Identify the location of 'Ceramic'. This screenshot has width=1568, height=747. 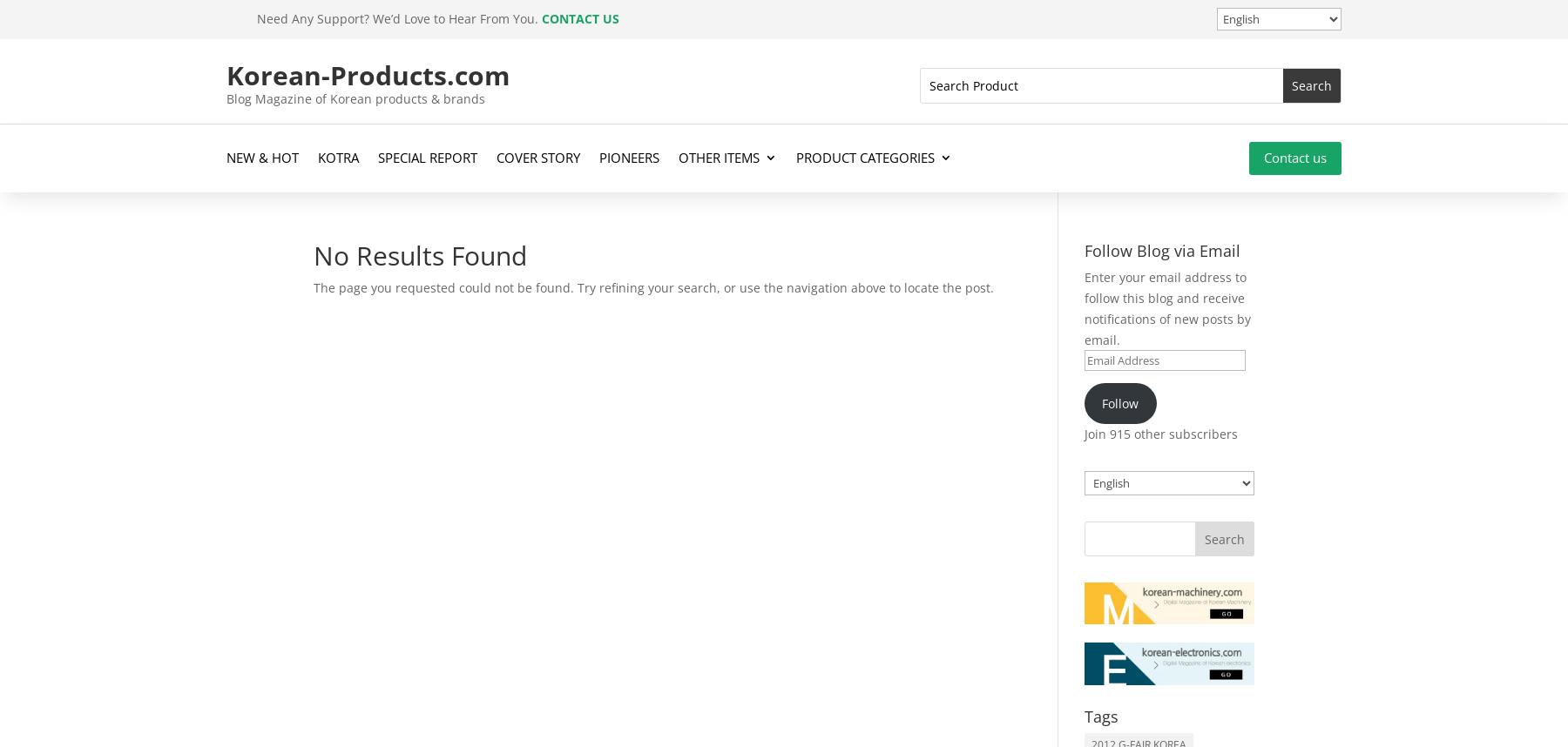
(821, 240).